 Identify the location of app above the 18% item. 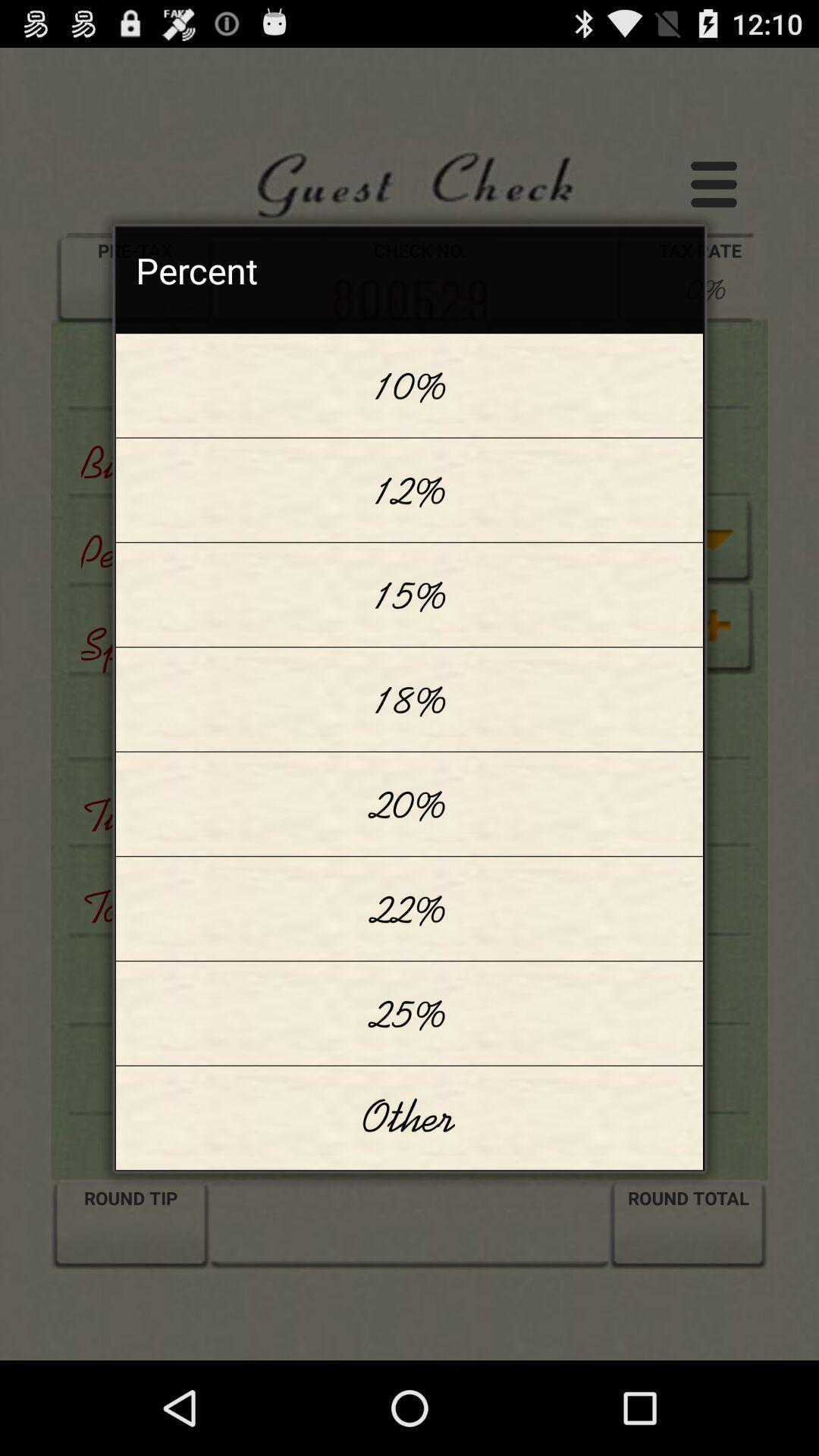
(409, 594).